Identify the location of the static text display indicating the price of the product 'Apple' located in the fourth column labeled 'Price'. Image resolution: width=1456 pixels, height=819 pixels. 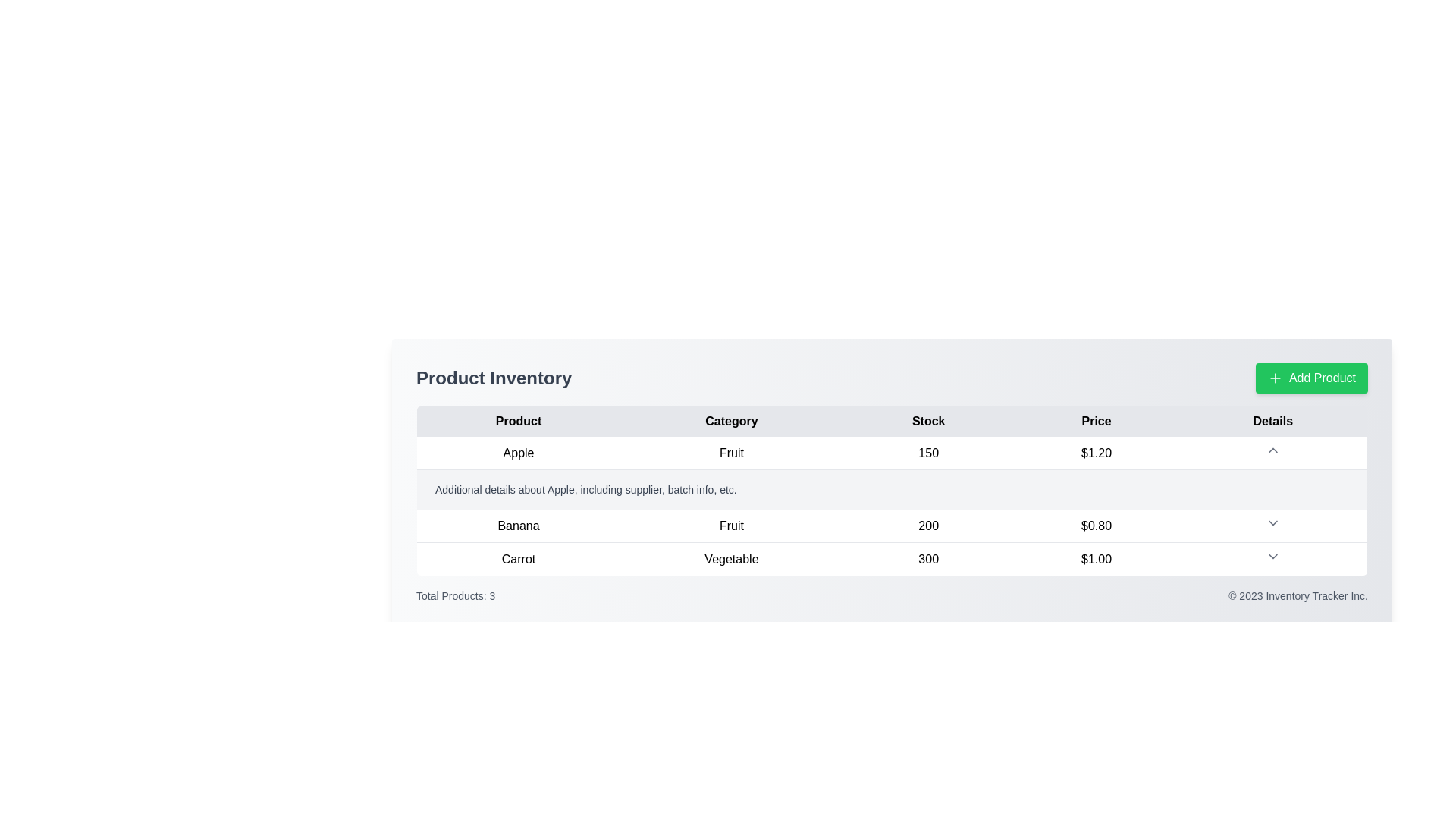
(1097, 452).